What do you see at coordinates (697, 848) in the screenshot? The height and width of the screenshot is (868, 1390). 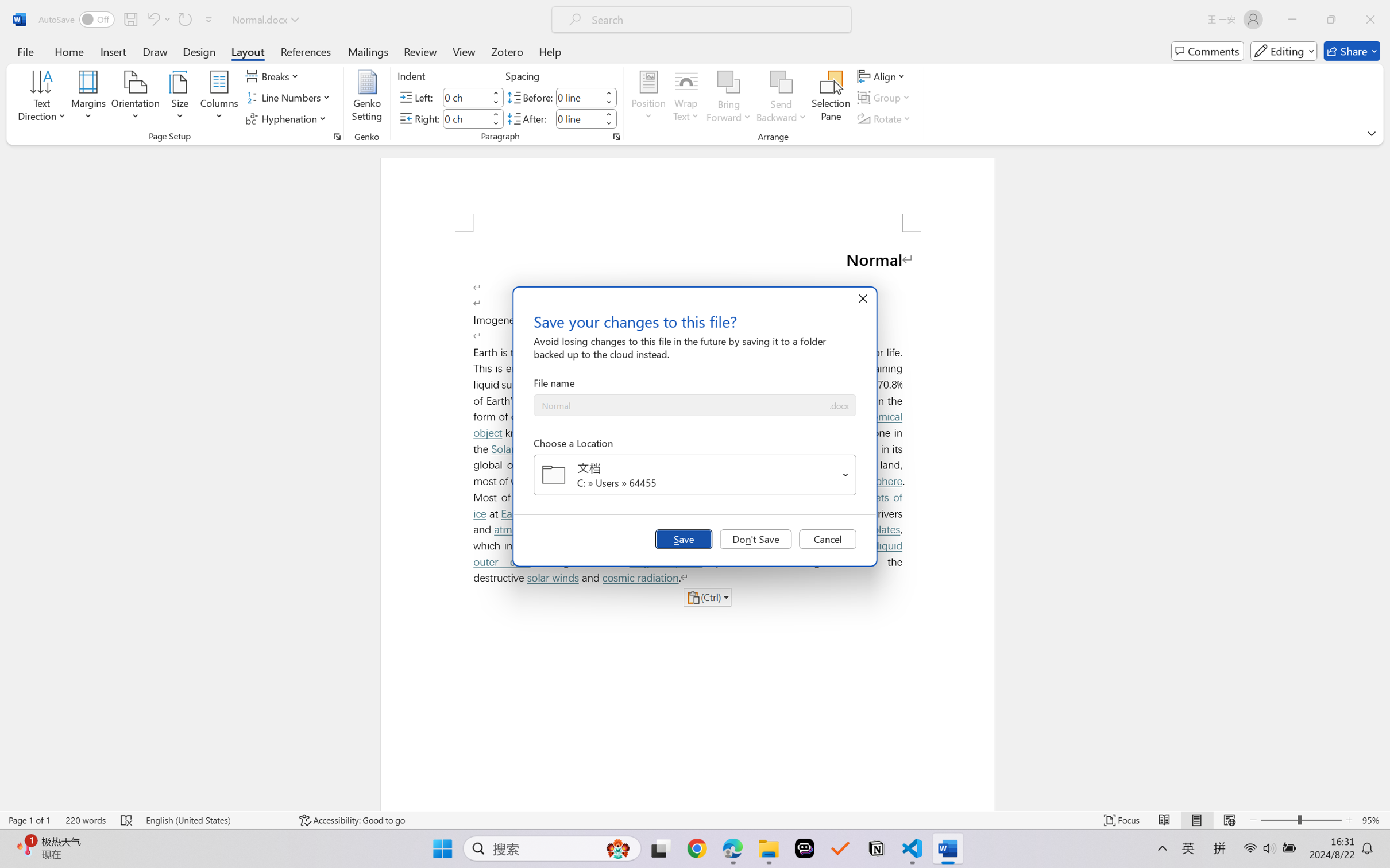 I see `'Google Chrome'` at bounding box center [697, 848].